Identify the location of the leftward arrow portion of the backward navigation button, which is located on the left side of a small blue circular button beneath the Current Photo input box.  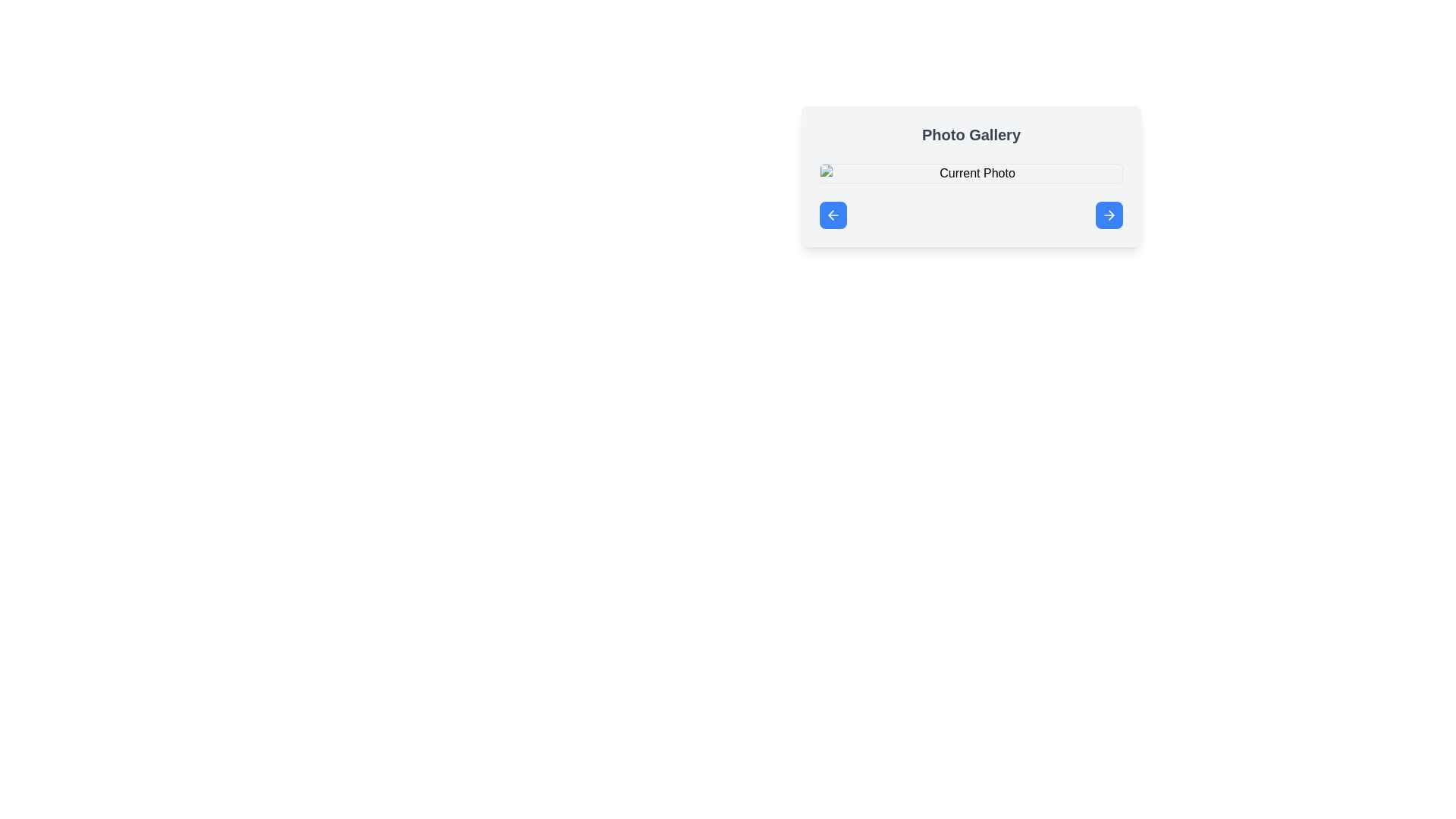
(830, 215).